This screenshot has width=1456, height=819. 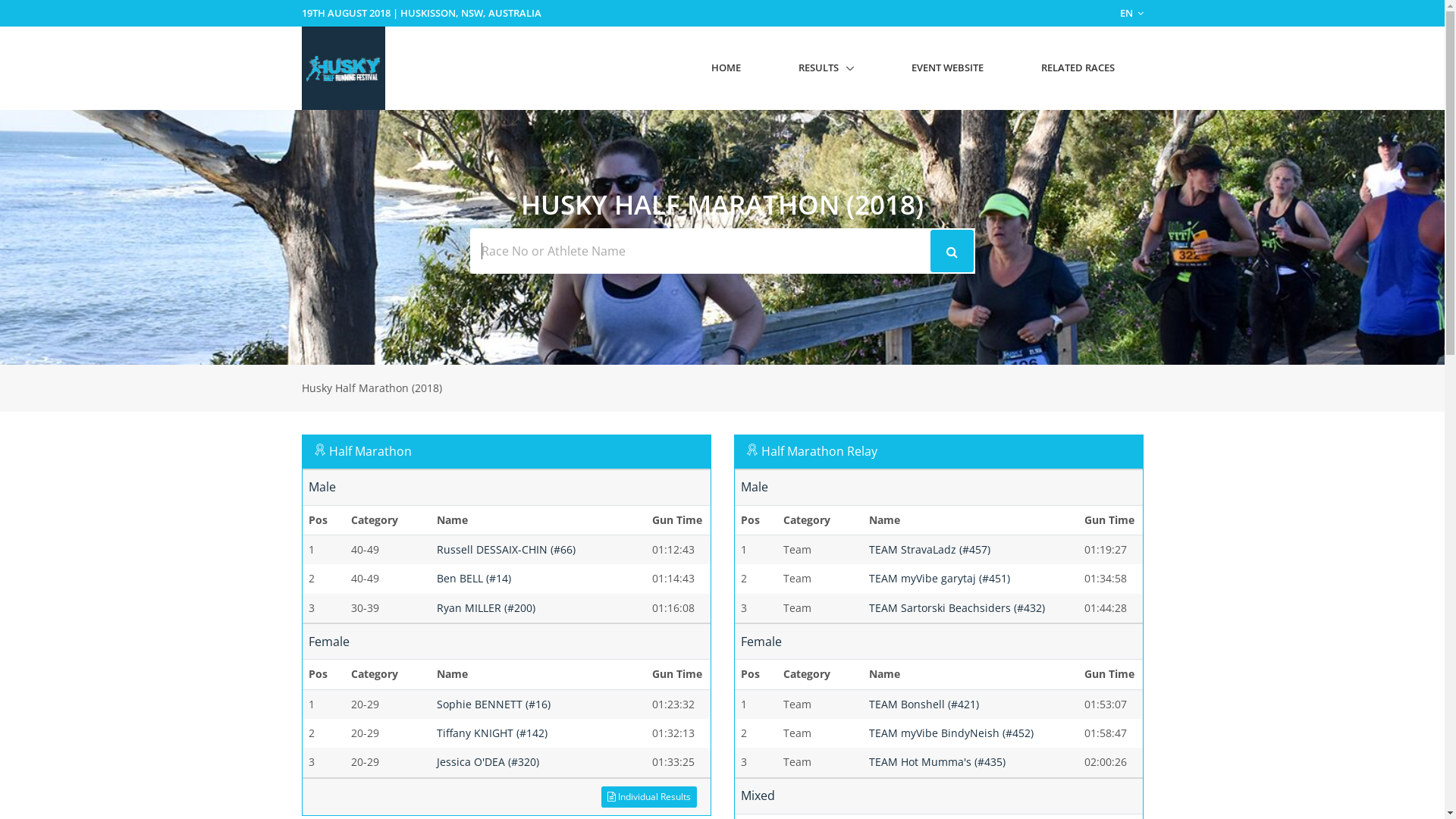 What do you see at coordinates (725, 67) in the screenshot?
I see `'HOME'` at bounding box center [725, 67].